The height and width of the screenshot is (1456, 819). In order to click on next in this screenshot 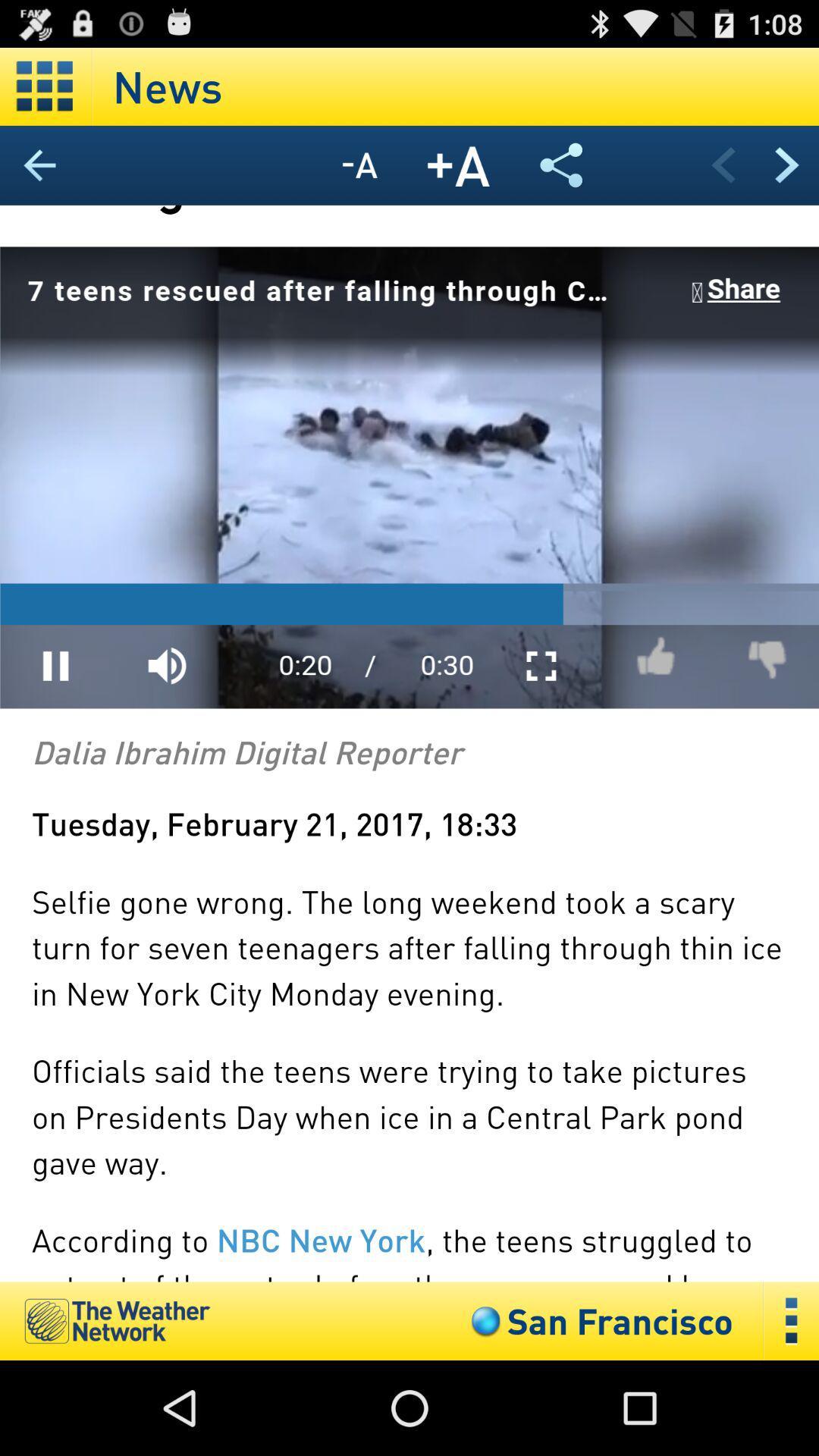, I will do `click(786, 165)`.